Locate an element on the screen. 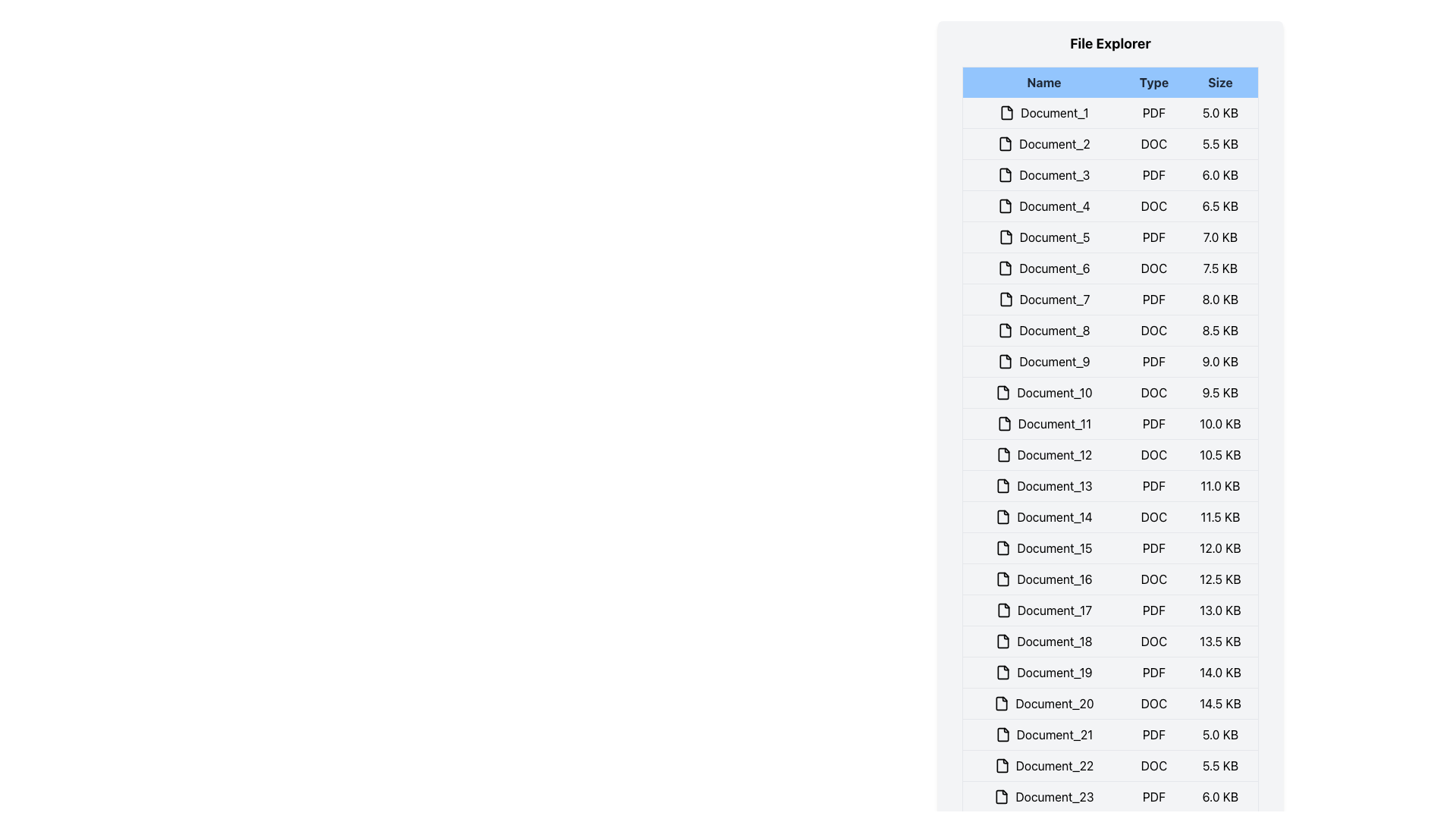  the graphical icon component resembling a document with a folded corner, which is part of a list in a file explorer interface, aligned with 'Document_18' is located at coordinates (1003, 641).